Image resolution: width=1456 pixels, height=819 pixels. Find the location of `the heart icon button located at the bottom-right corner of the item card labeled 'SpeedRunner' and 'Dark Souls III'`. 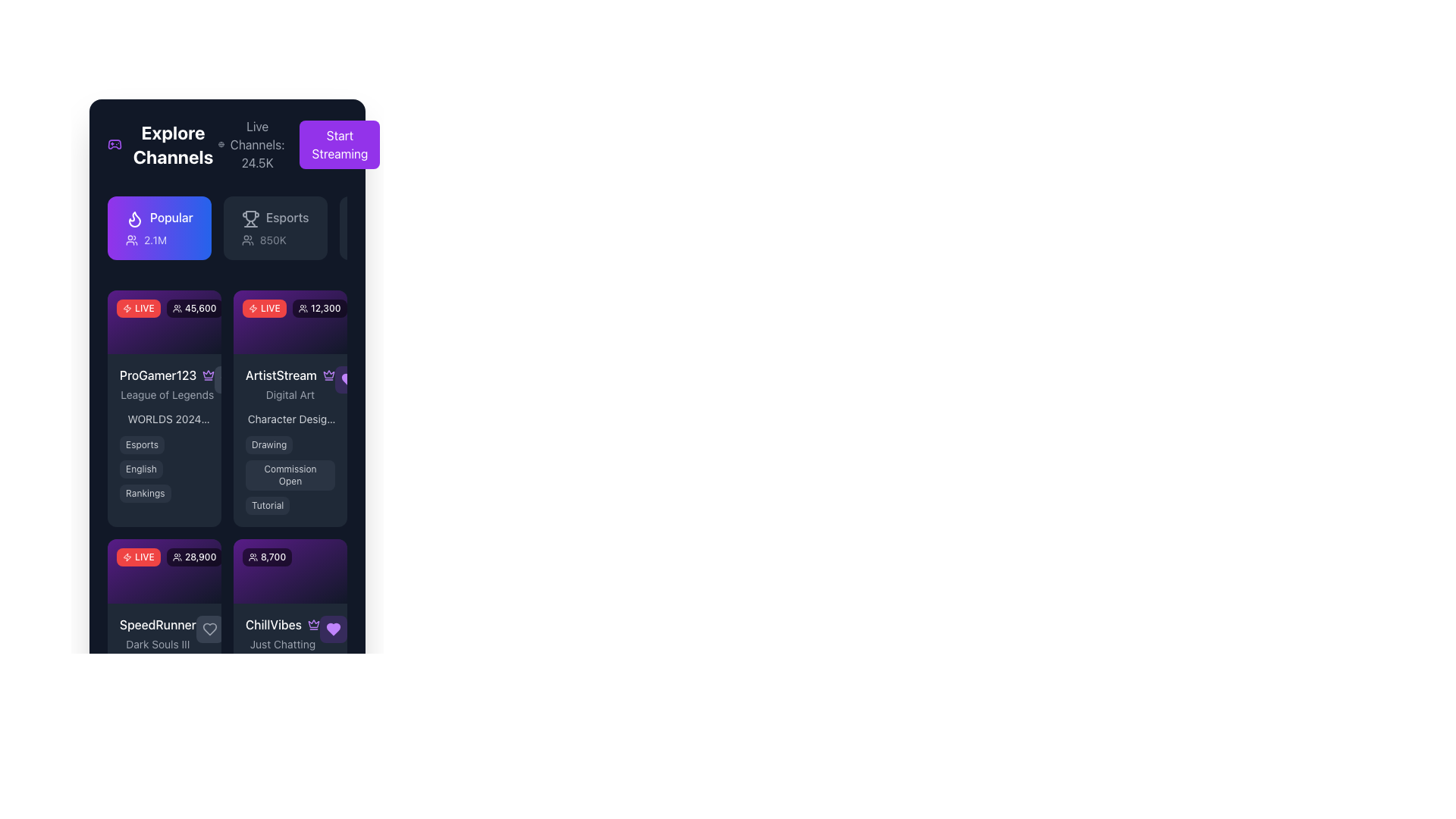

the heart icon button located at the bottom-right corner of the item card labeled 'SpeedRunner' and 'Dark Souls III' is located at coordinates (209, 629).